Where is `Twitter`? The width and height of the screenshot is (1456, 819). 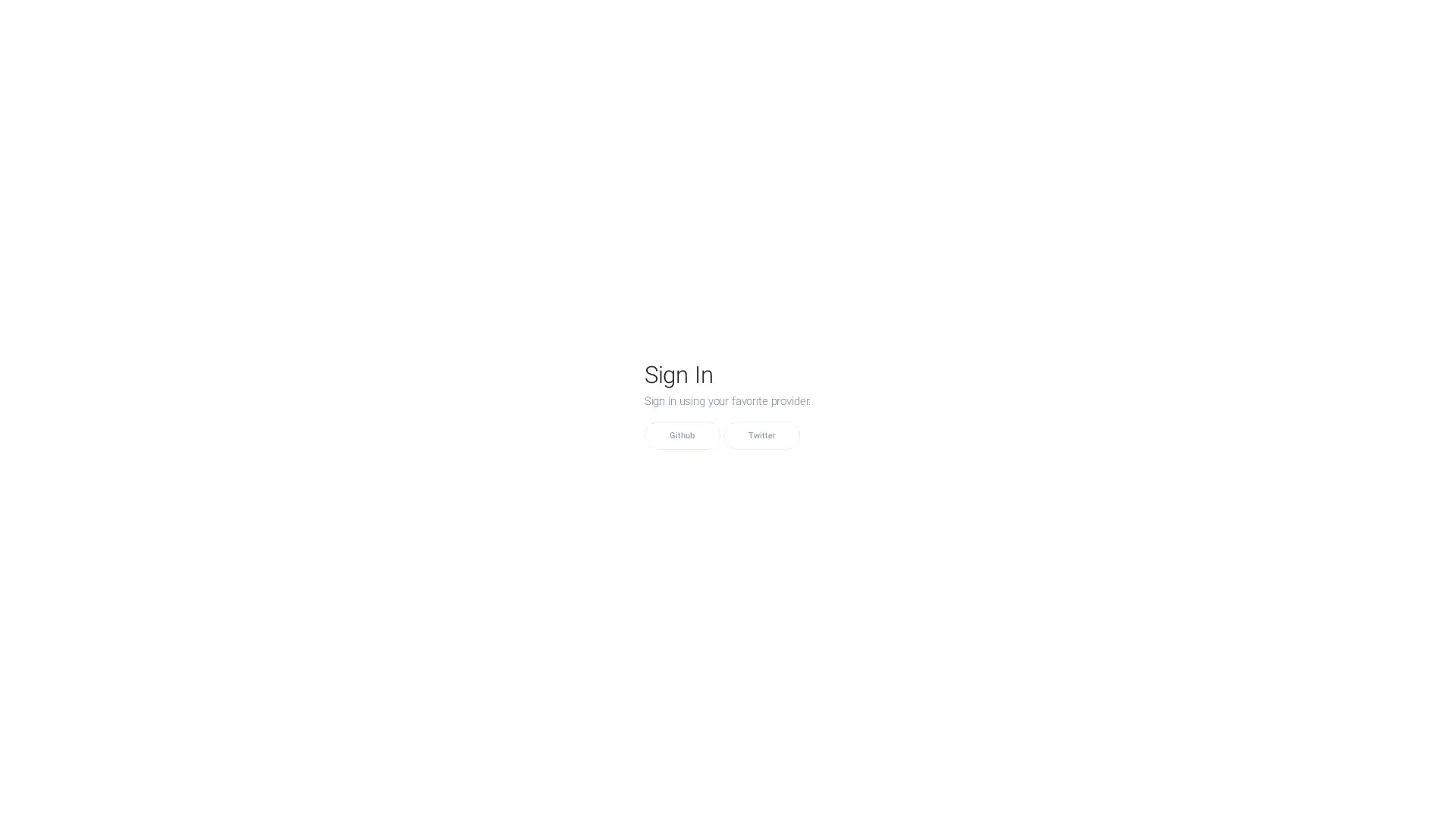 Twitter is located at coordinates (761, 435).